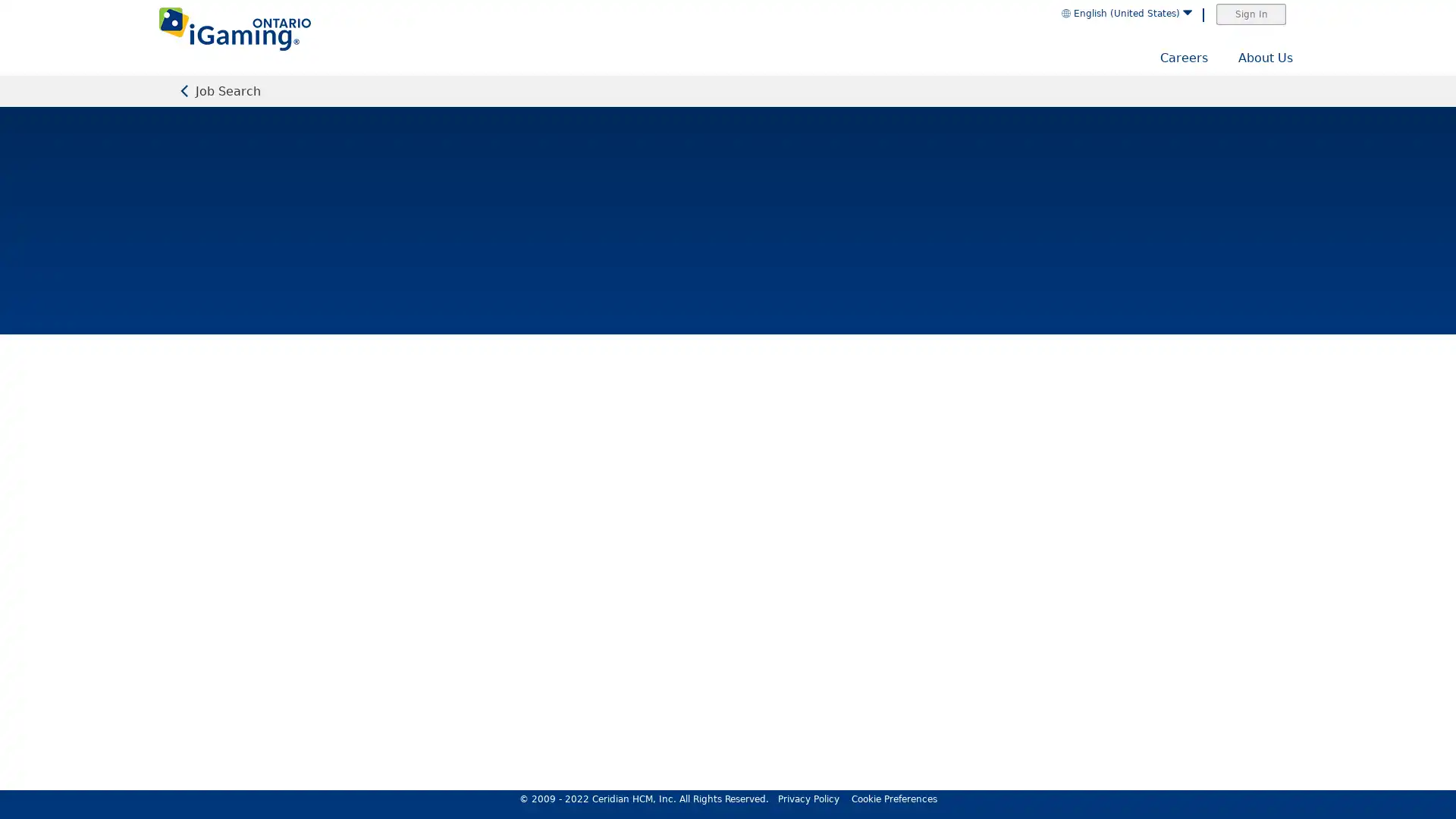 The image size is (1456, 819). I want to click on Create one now., so click(783, 519).